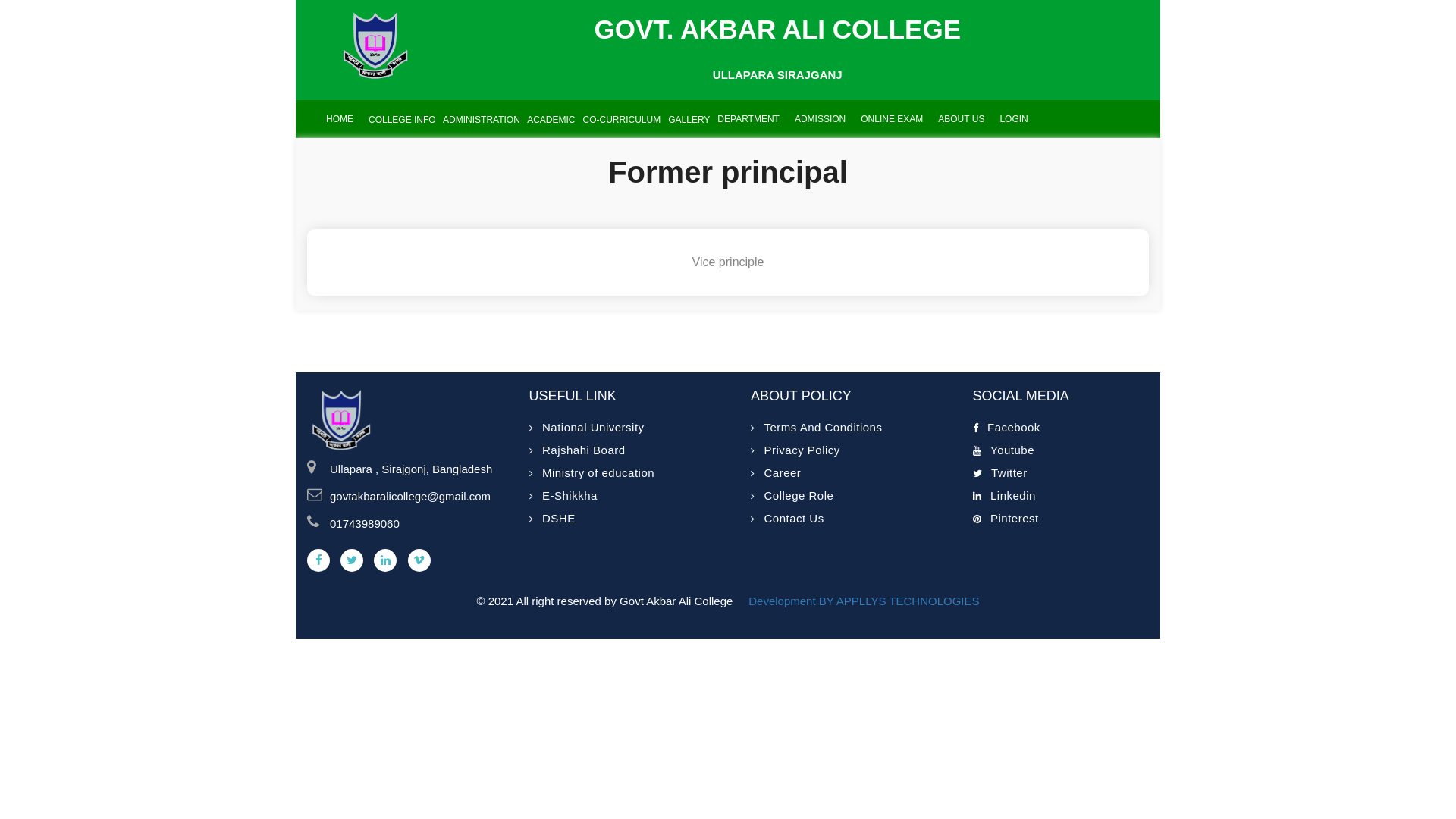 This screenshot has height=819, width=1456. What do you see at coordinates (563, 495) in the screenshot?
I see `'E-Shikkha'` at bounding box center [563, 495].